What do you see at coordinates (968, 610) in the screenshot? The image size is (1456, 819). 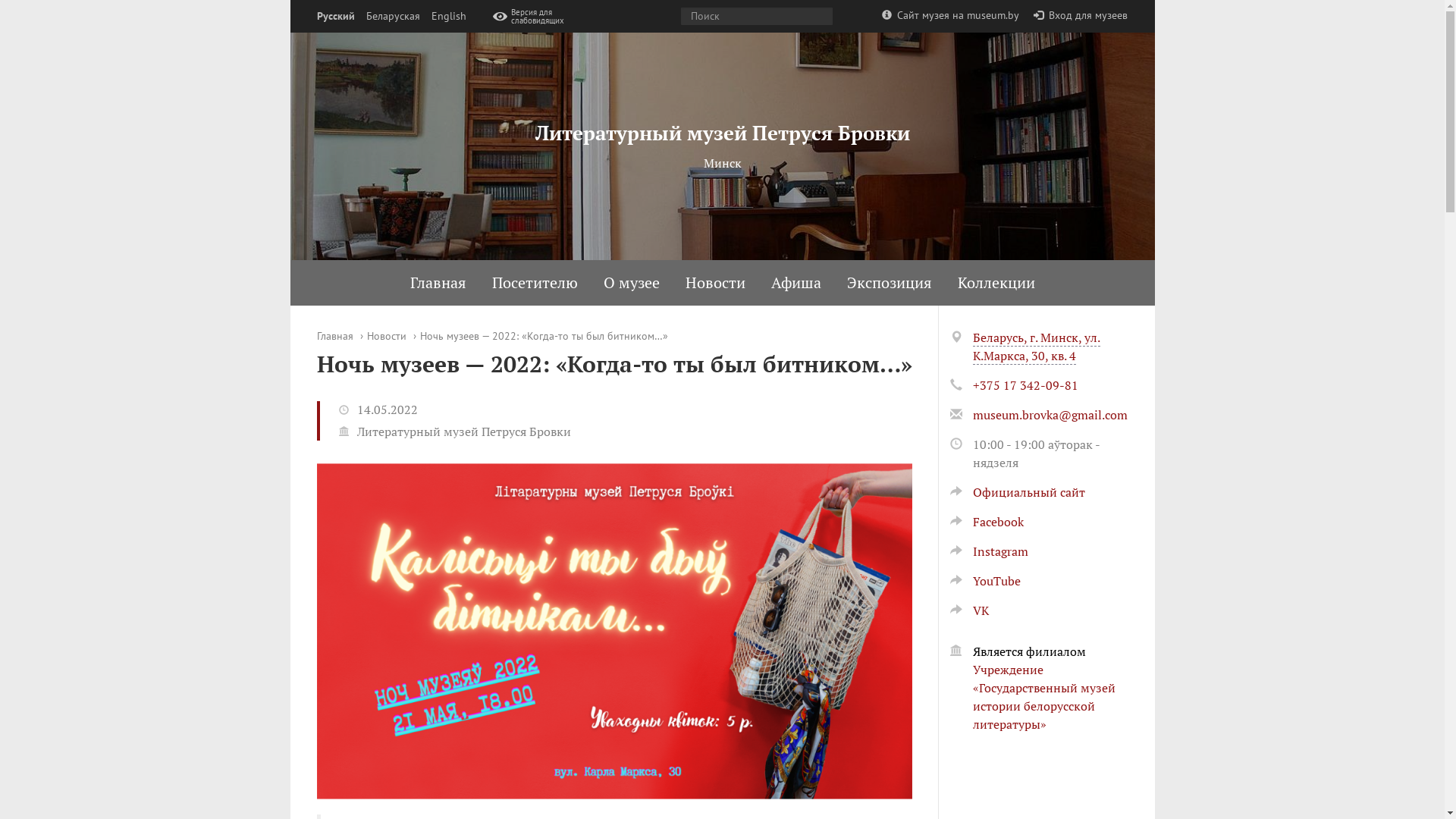 I see `'VK'` at bounding box center [968, 610].